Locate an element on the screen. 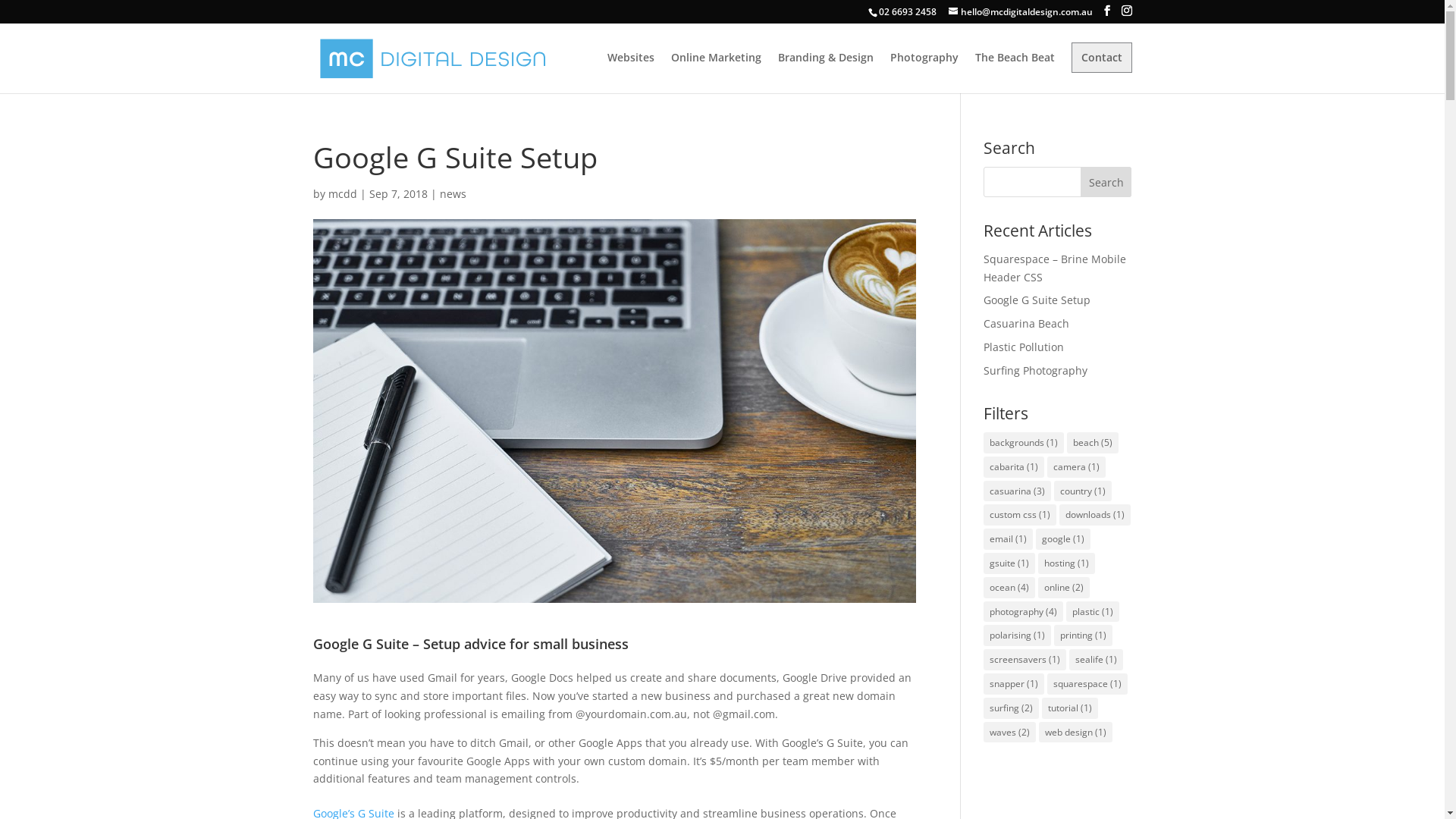 This screenshot has width=1456, height=819. 'Photography' is located at coordinates (924, 73).